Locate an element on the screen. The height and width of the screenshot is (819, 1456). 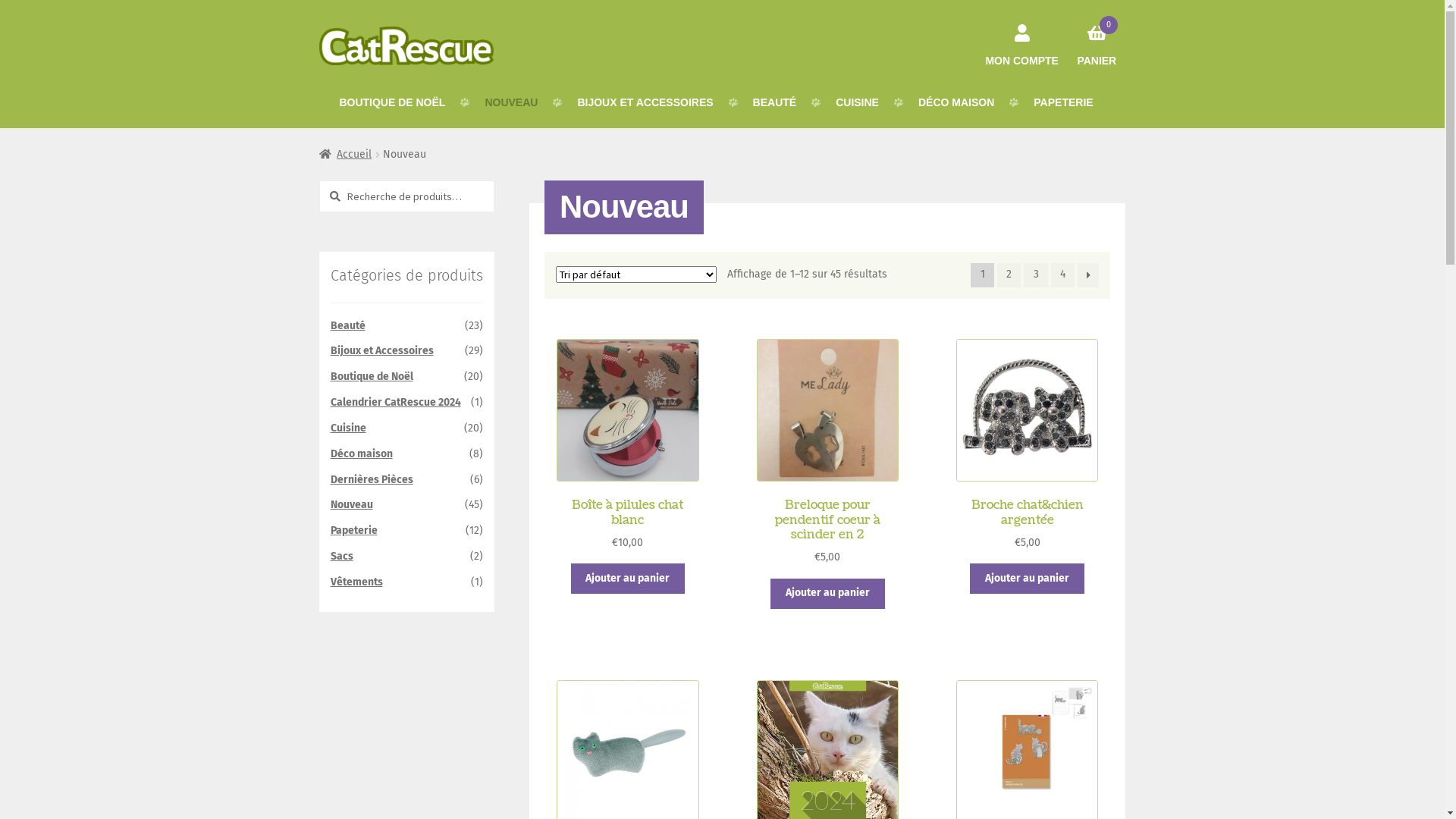
'Ajouter au panier' is located at coordinates (628, 579).